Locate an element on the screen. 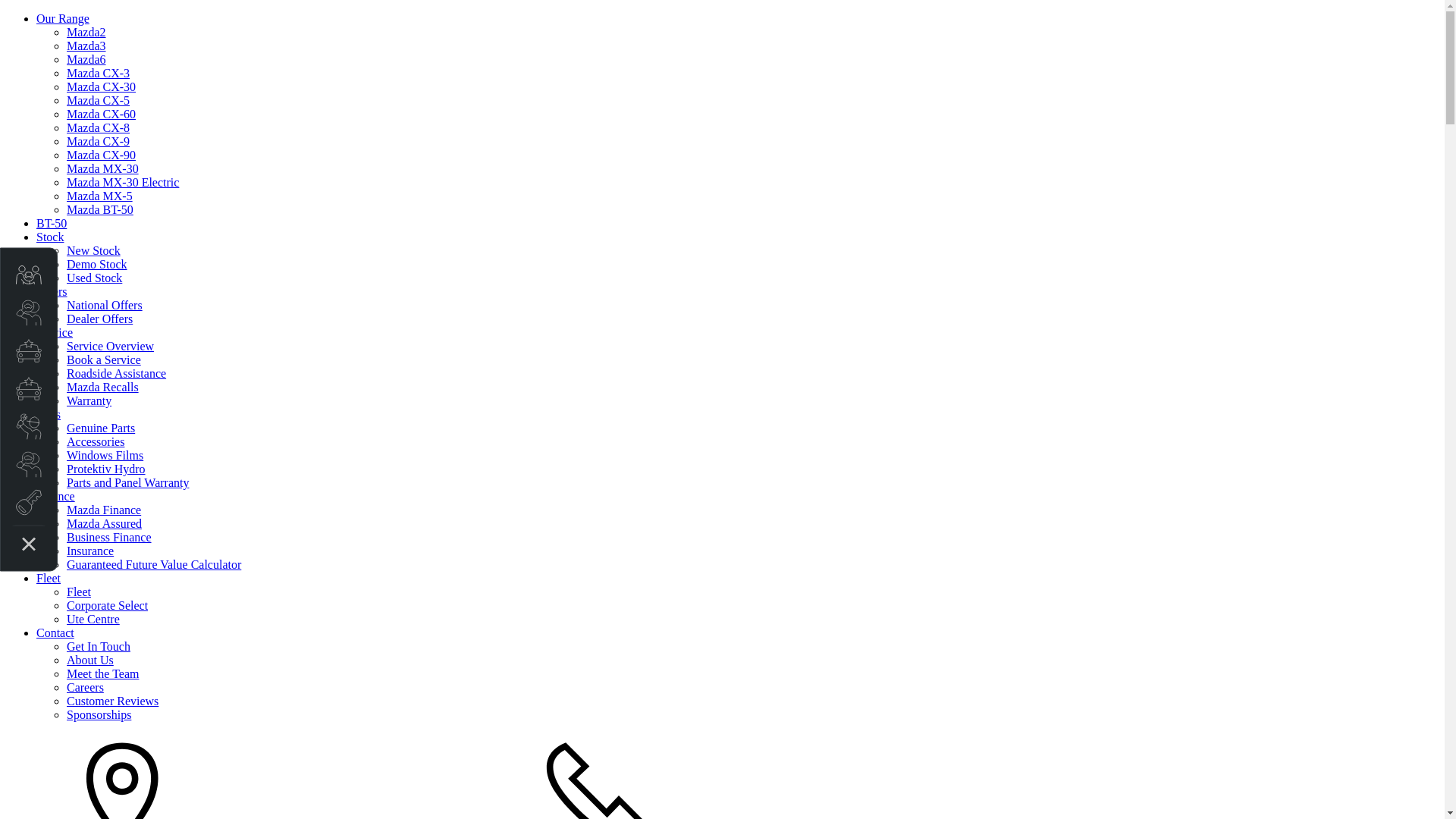 This screenshot has height=819, width=1456. 'Service Overview' is located at coordinates (109, 346).